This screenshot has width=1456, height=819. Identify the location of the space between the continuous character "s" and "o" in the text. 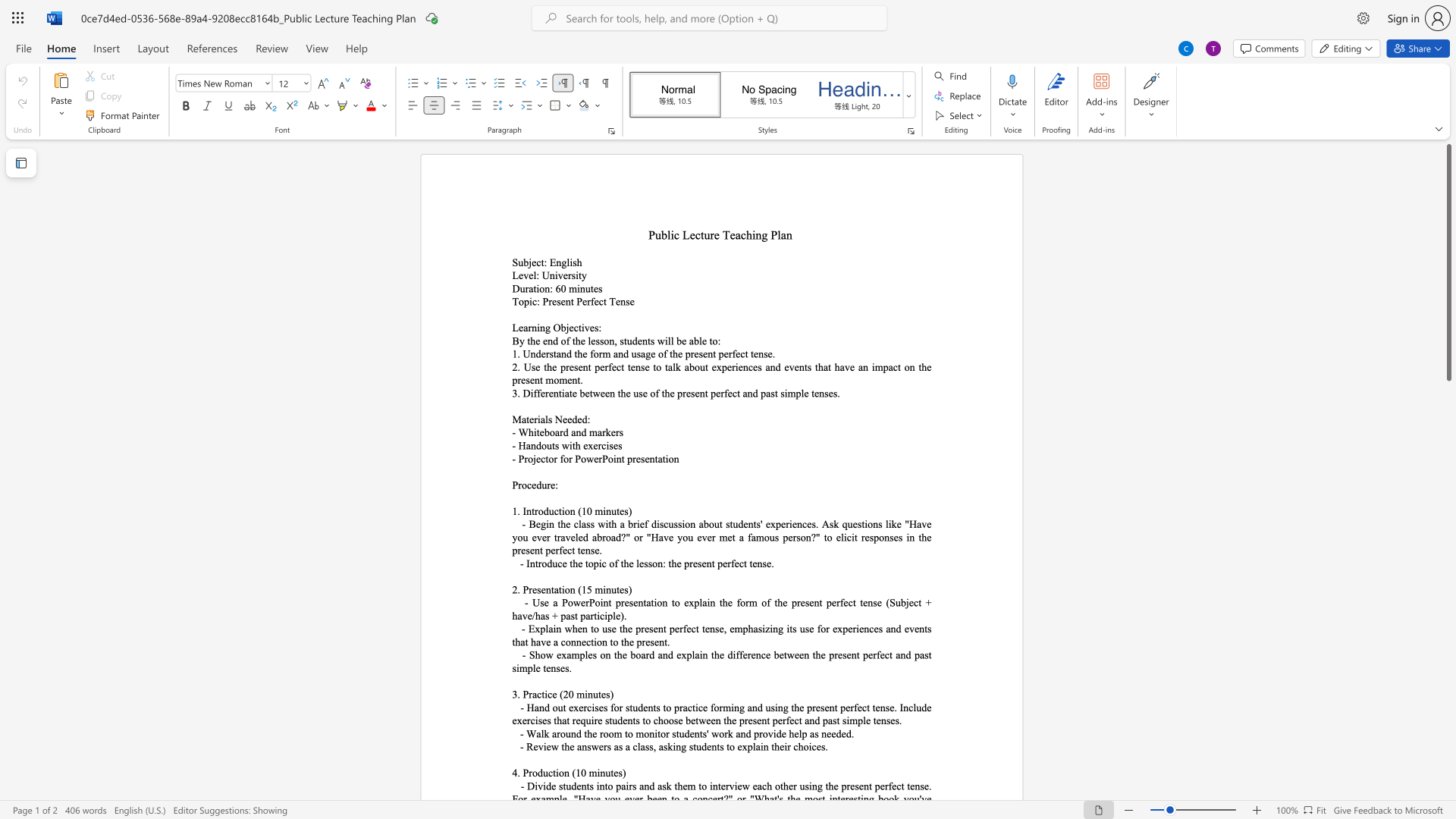
(603, 340).